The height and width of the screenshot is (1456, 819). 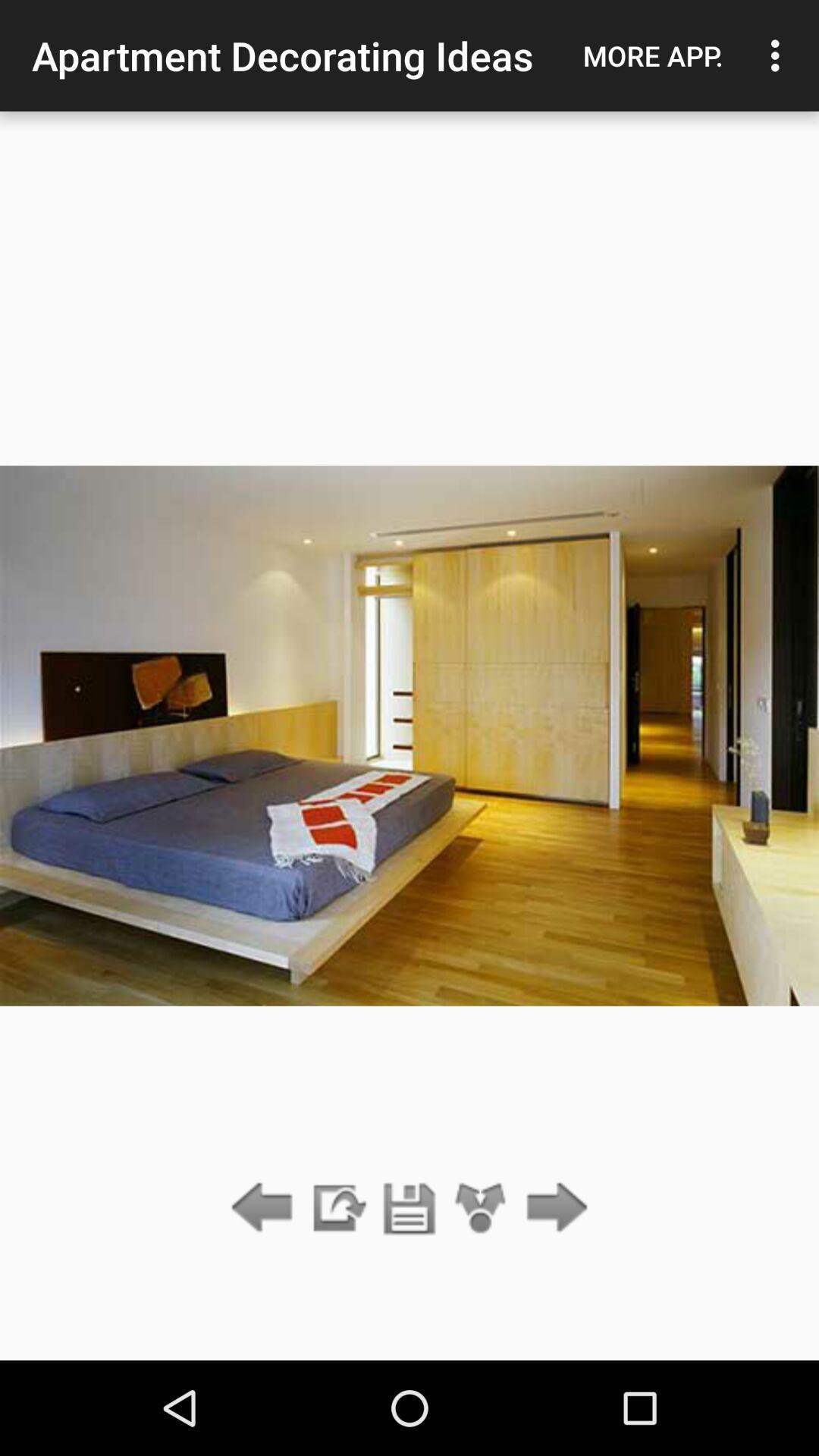 I want to click on the launch icon, so click(x=337, y=1208).